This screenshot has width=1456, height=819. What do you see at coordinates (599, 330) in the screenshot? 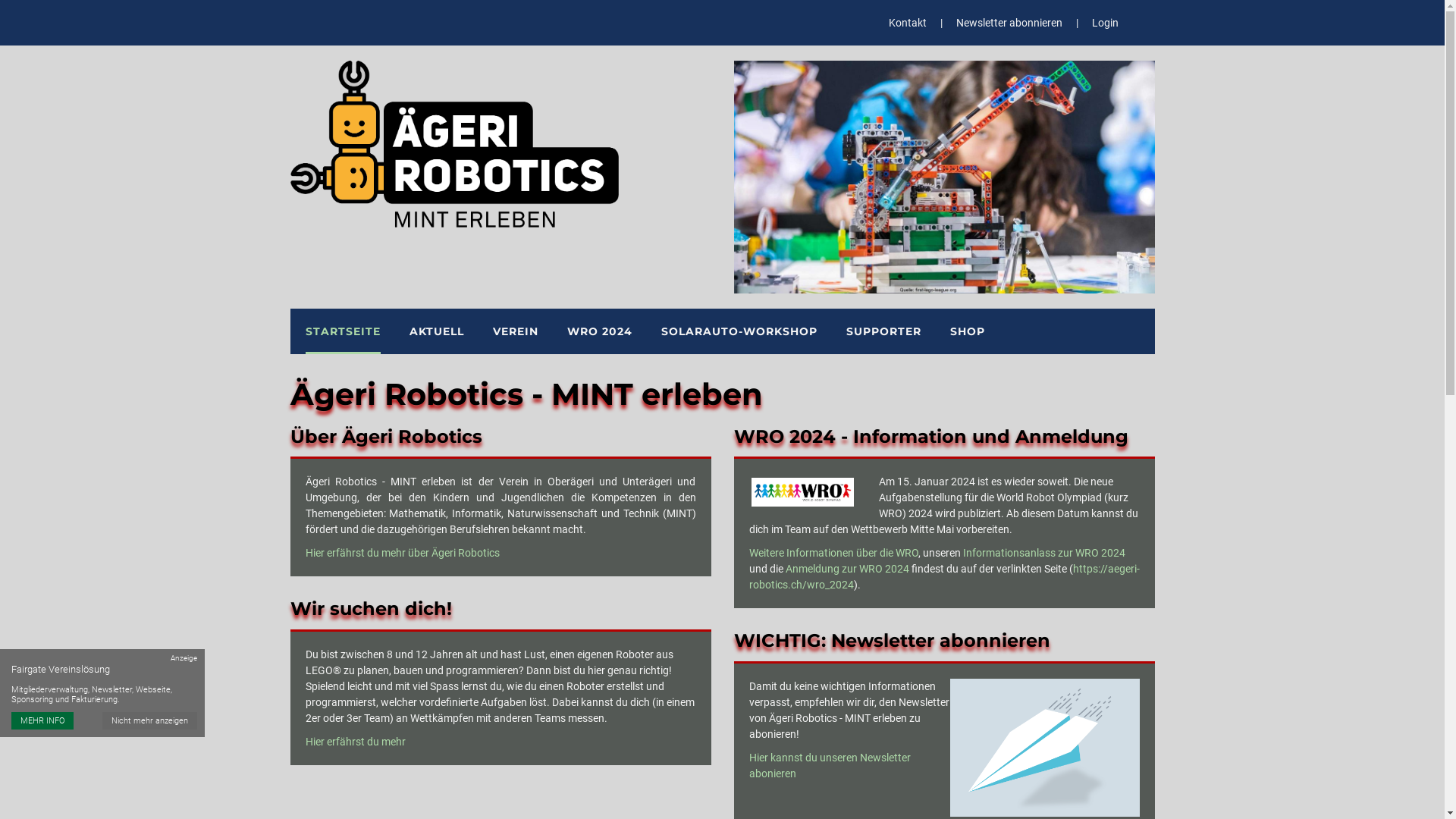
I see `'WRO 2024'` at bounding box center [599, 330].